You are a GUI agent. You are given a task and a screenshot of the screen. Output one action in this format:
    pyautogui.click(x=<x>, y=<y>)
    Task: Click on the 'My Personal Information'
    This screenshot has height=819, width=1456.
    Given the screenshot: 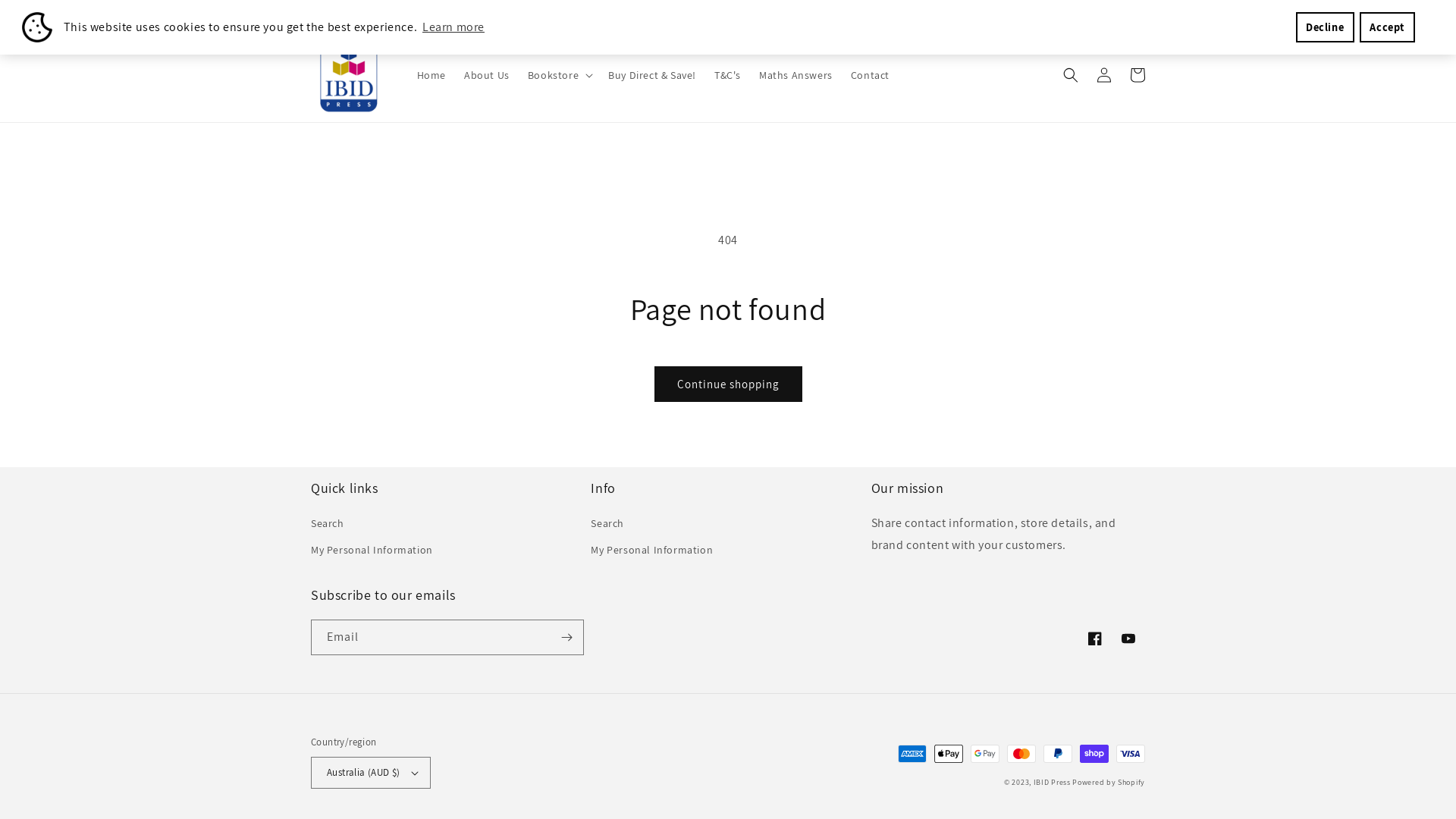 What is the action you would take?
    pyautogui.click(x=651, y=550)
    